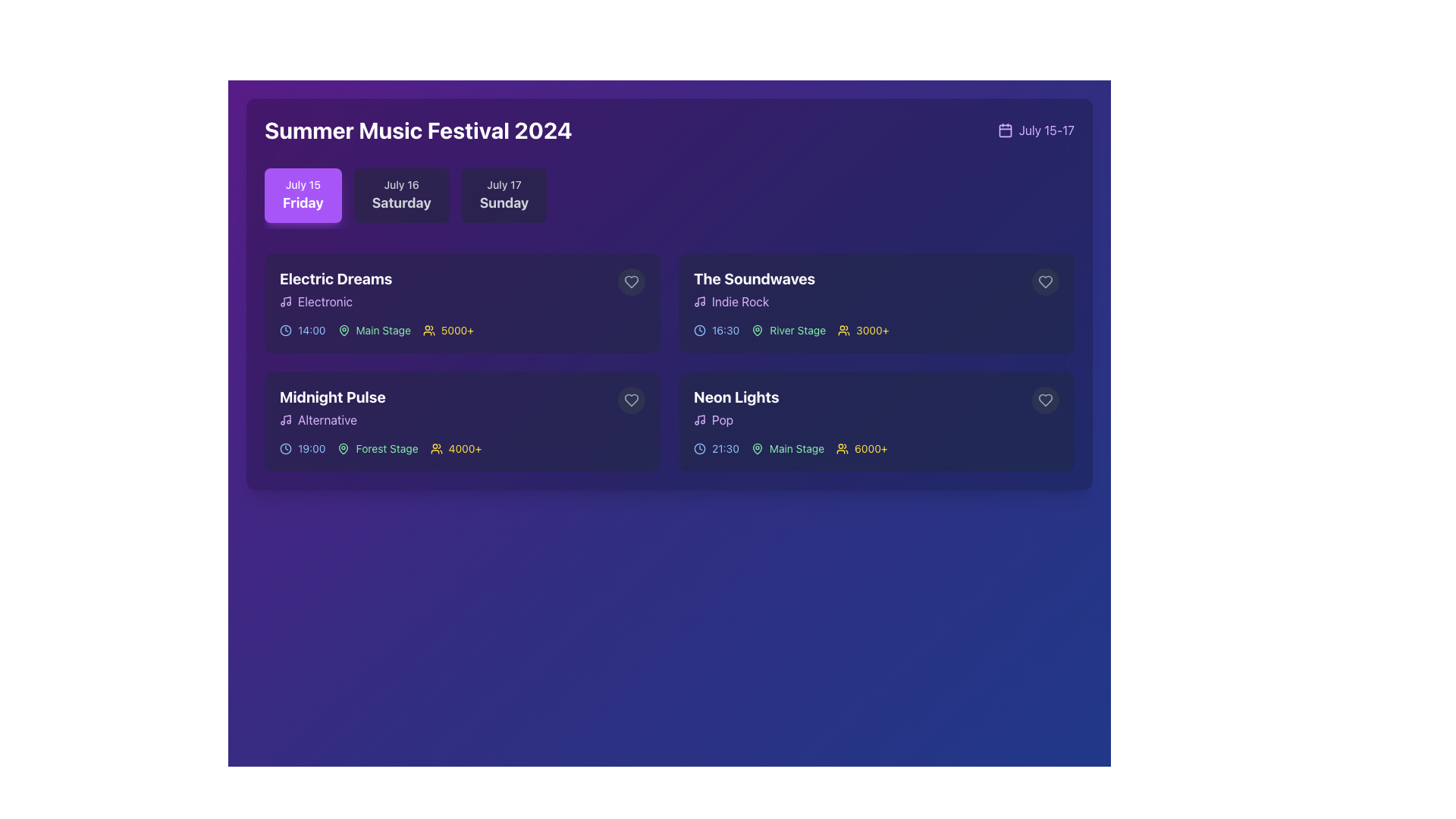 Image resolution: width=1456 pixels, height=819 pixels. Describe the element at coordinates (387, 447) in the screenshot. I see `the text label 'Forest Stage' which is styled in green and indicates a clickable item, located in the lower-right part of the 'Midnight Pulse' event card` at that location.